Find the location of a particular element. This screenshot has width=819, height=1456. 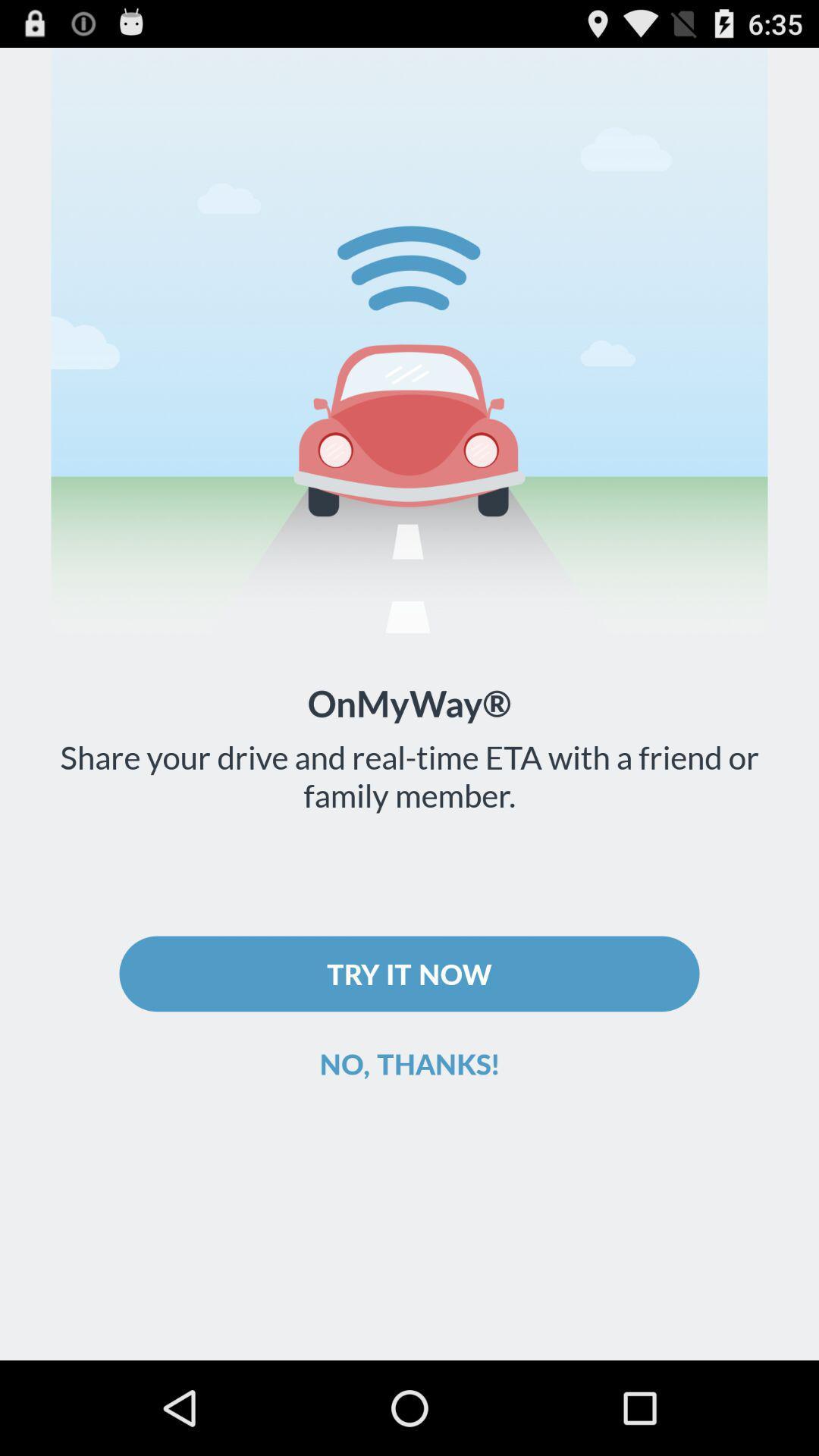

the icon above the no, thanks! icon is located at coordinates (409, 974).